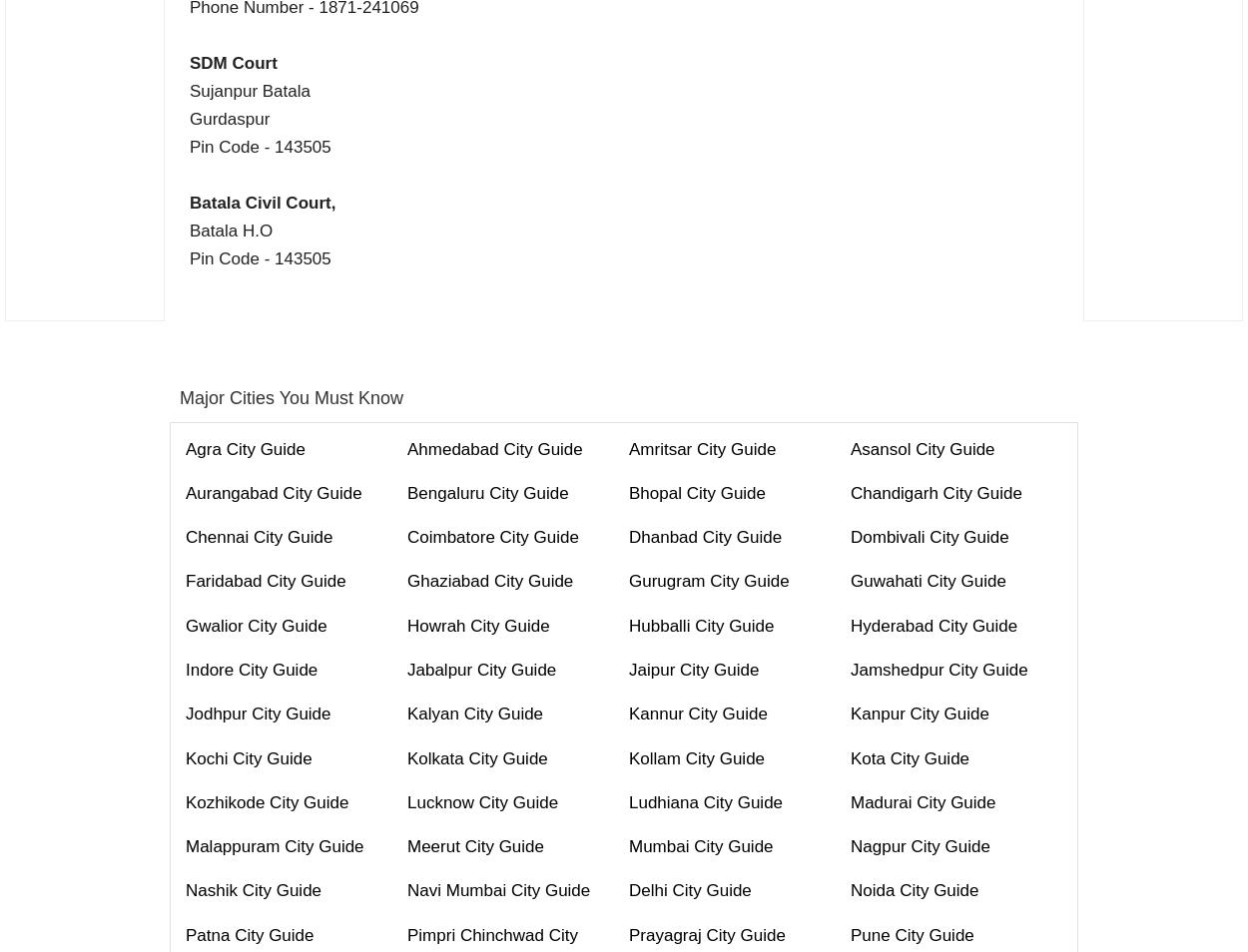 This screenshot has width=1248, height=952. I want to click on 'Kanpur City Guide', so click(920, 713).